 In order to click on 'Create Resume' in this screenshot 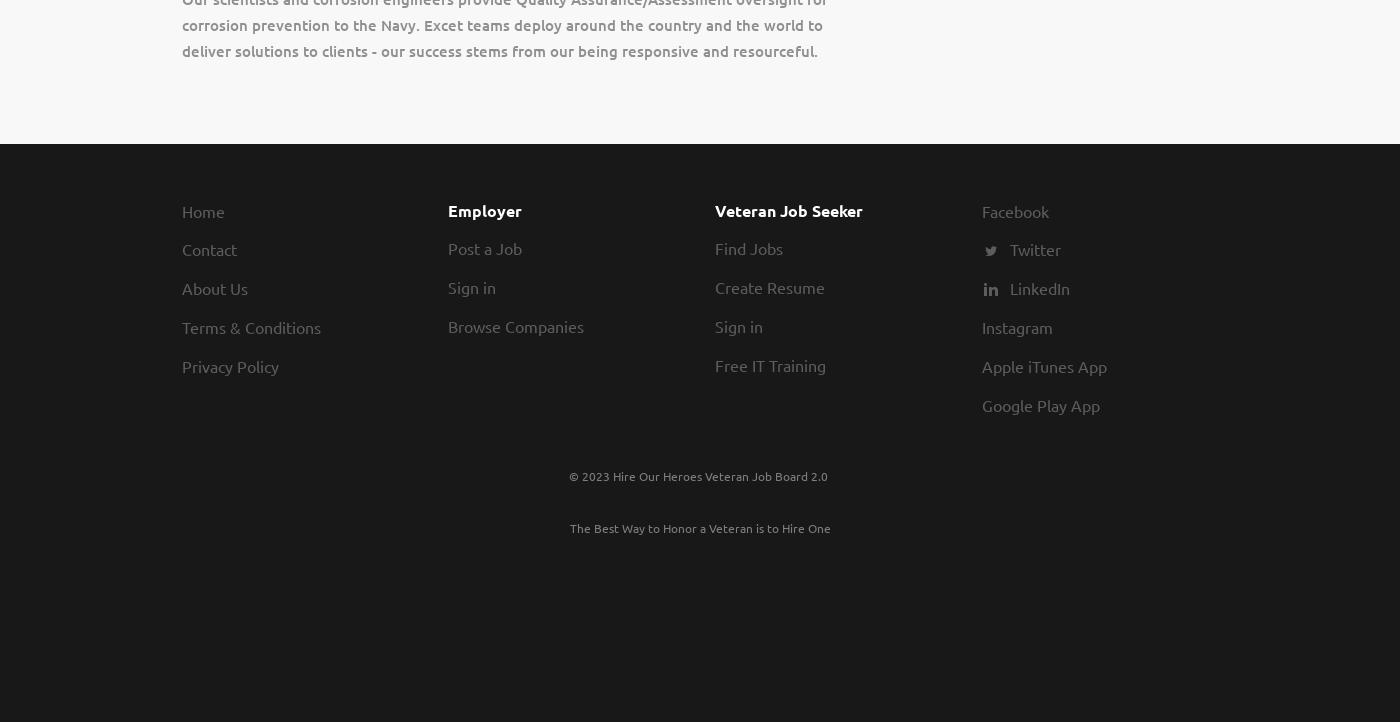, I will do `click(770, 286)`.